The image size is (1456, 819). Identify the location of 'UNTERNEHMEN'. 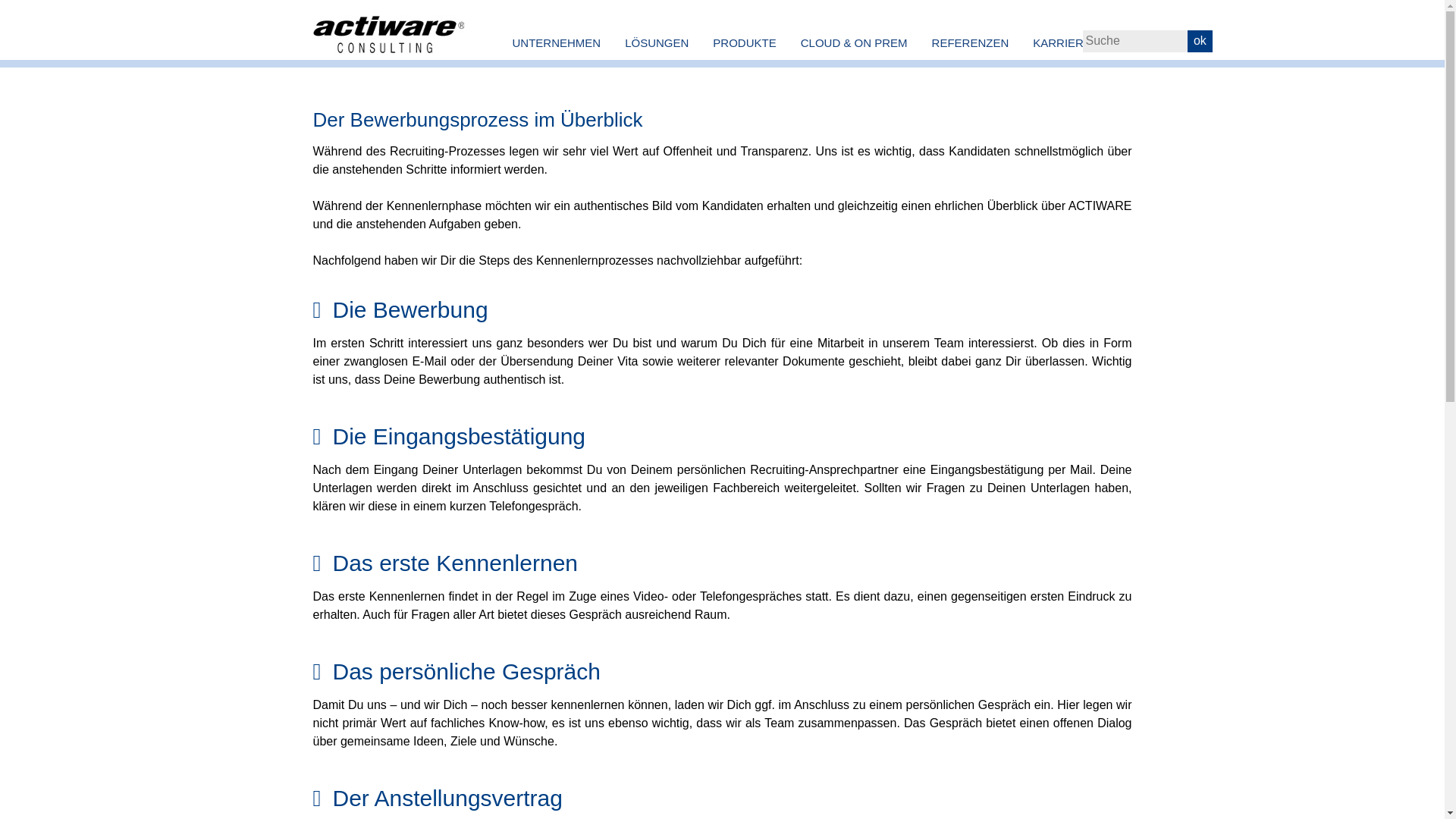
(556, 42).